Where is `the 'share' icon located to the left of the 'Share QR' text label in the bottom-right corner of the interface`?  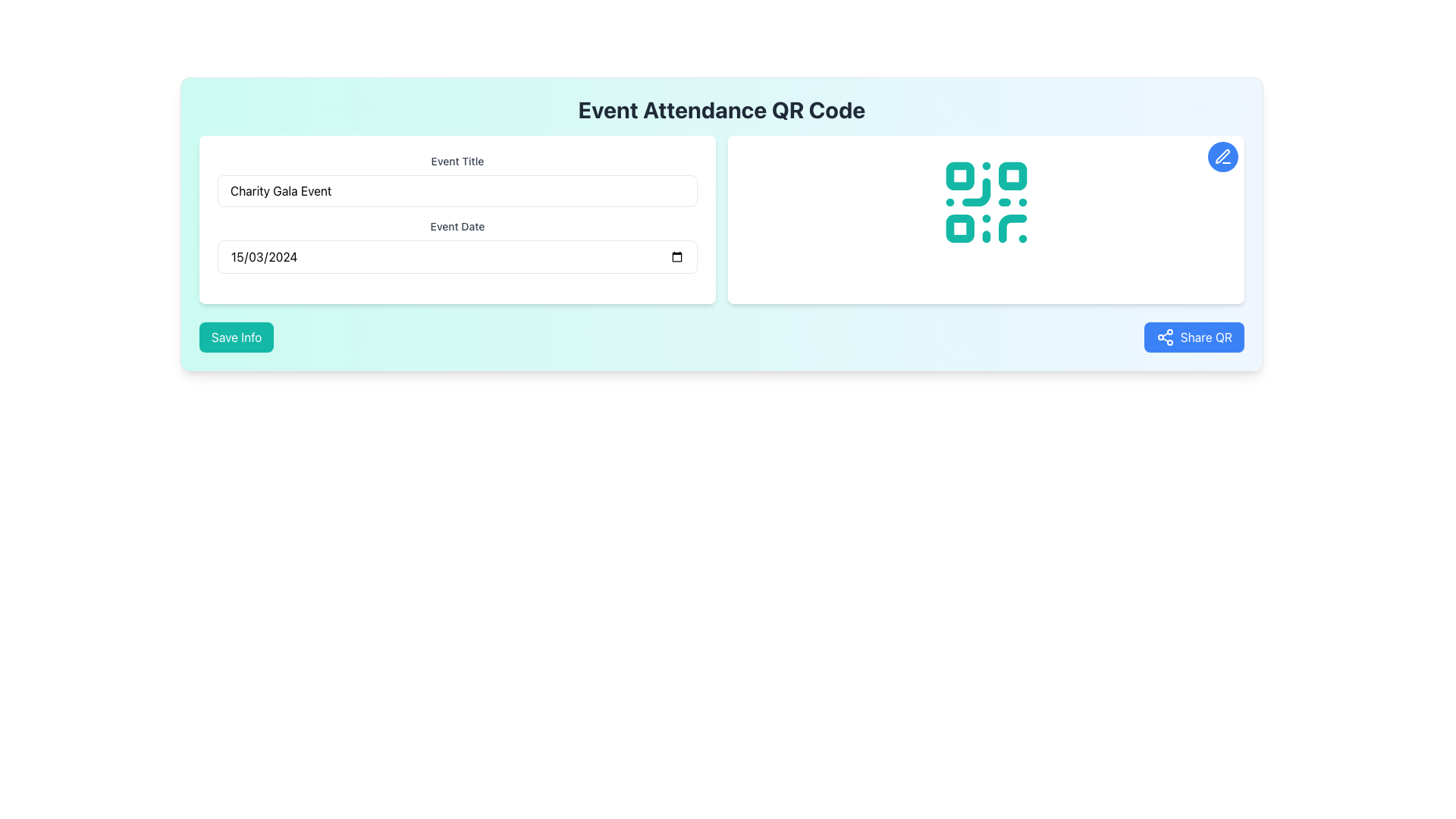
the 'share' icon located to the left of the 'Share QR' text label in the bottom-right corner of the interface is located at coordinates (1164, 336).